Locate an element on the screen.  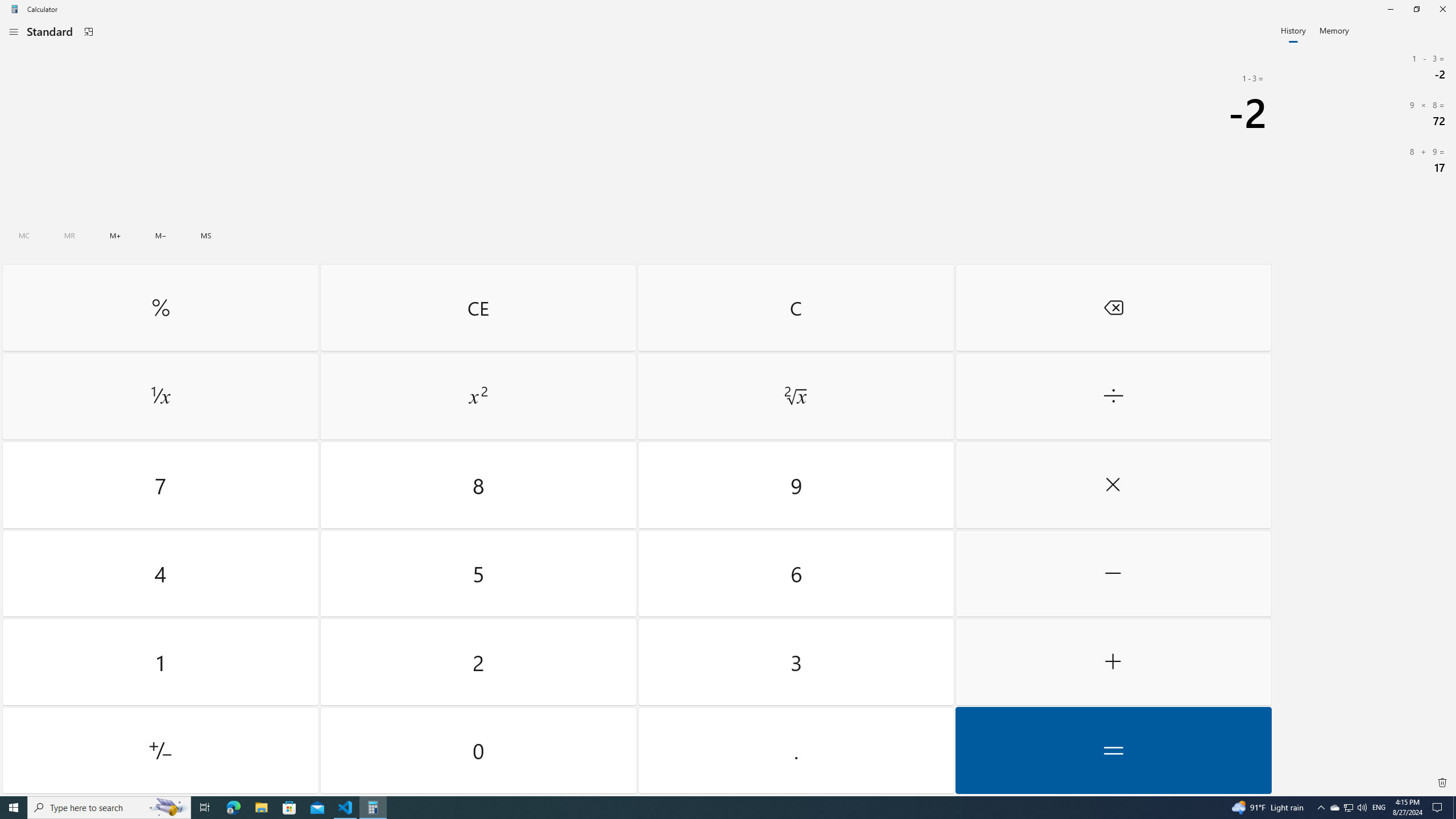
'Microsoft Edge' is located at coordinates (233, 806).